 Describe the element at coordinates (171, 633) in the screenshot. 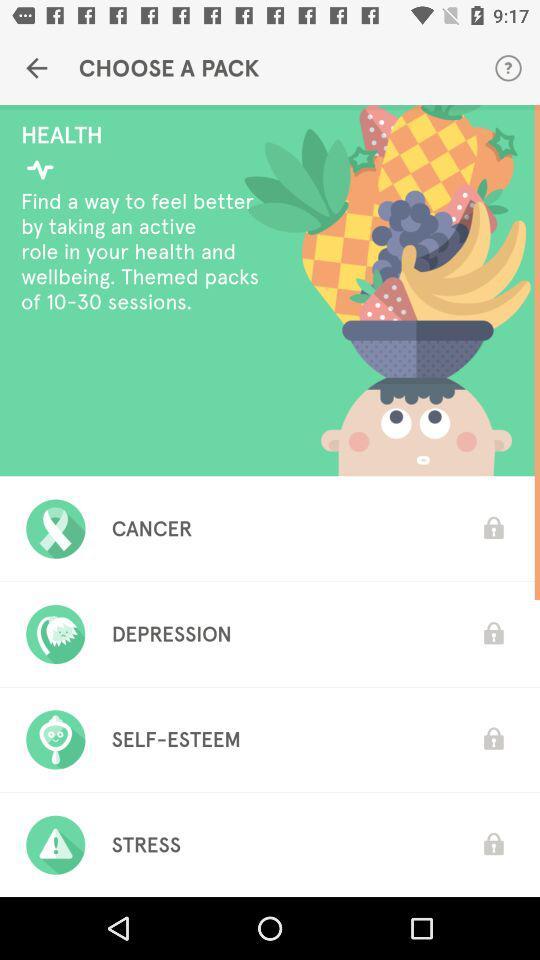

I see `the item above the self-esteem` at that location.